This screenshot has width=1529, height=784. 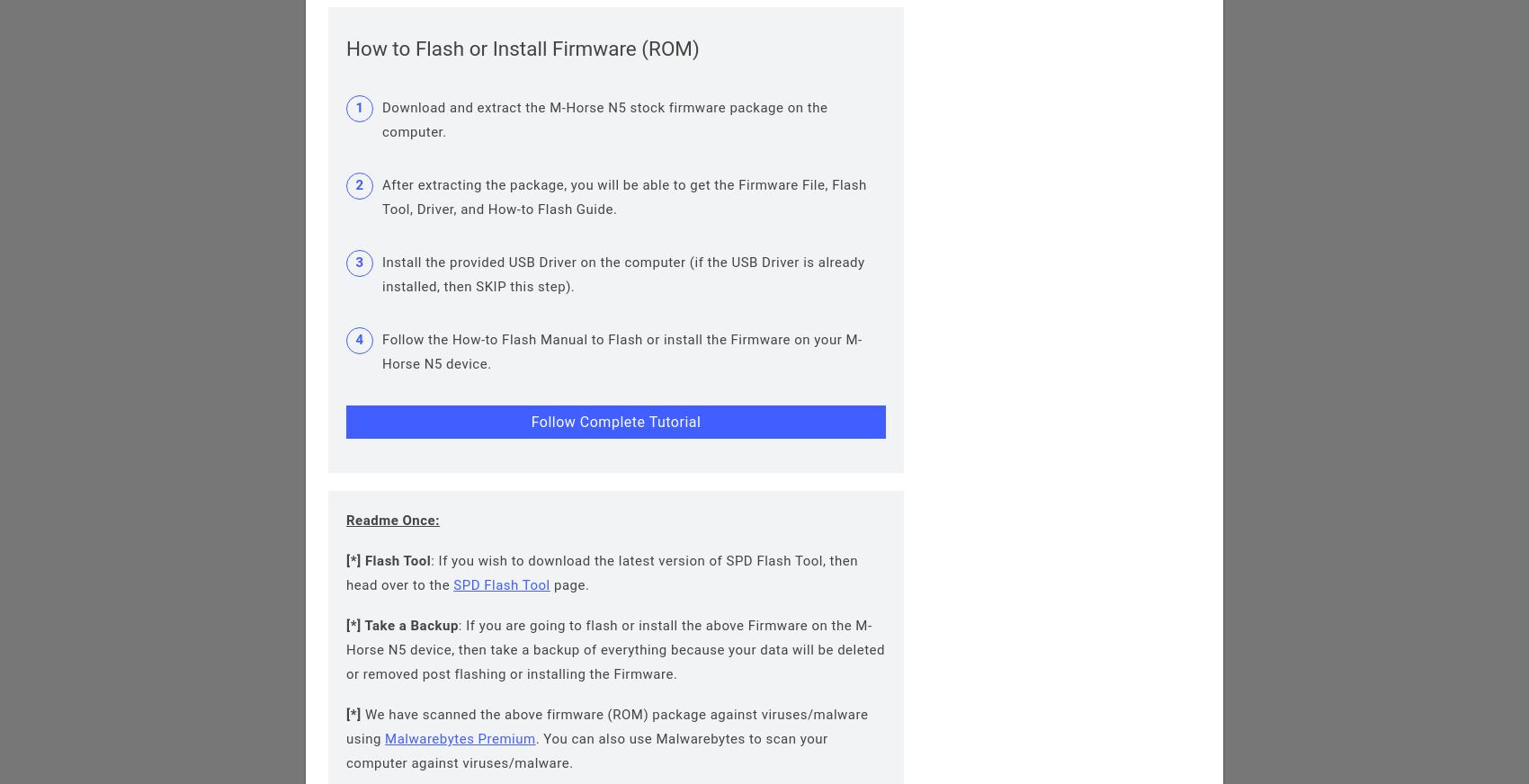 I want to click on 'After extracting the package, you will be able to get the Firmware File, Flash Tool, Driver, and How-to Flash Guide.', so click(x=623, y=196).